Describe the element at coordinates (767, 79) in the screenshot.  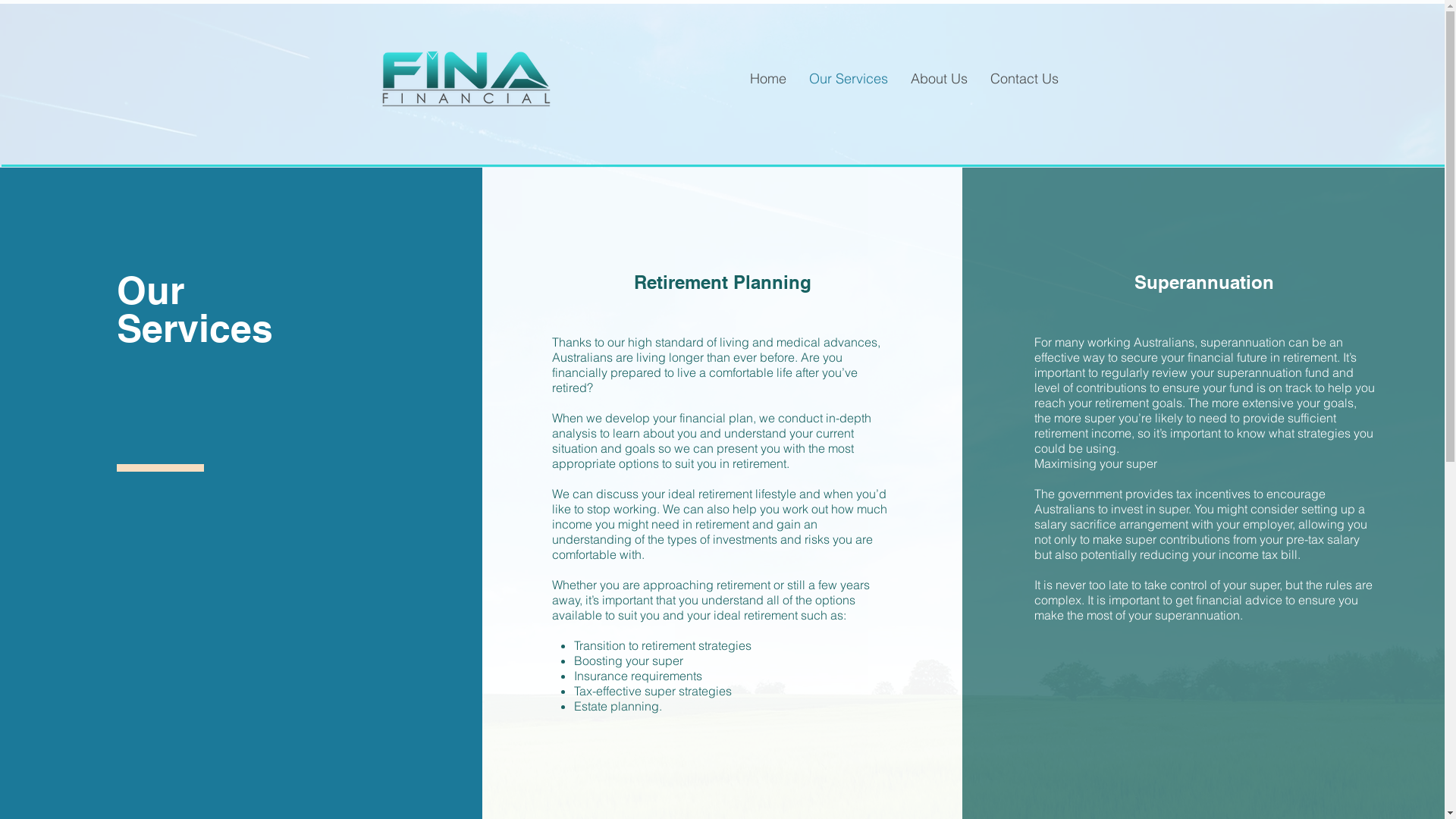
I see `'Home'` at that location.